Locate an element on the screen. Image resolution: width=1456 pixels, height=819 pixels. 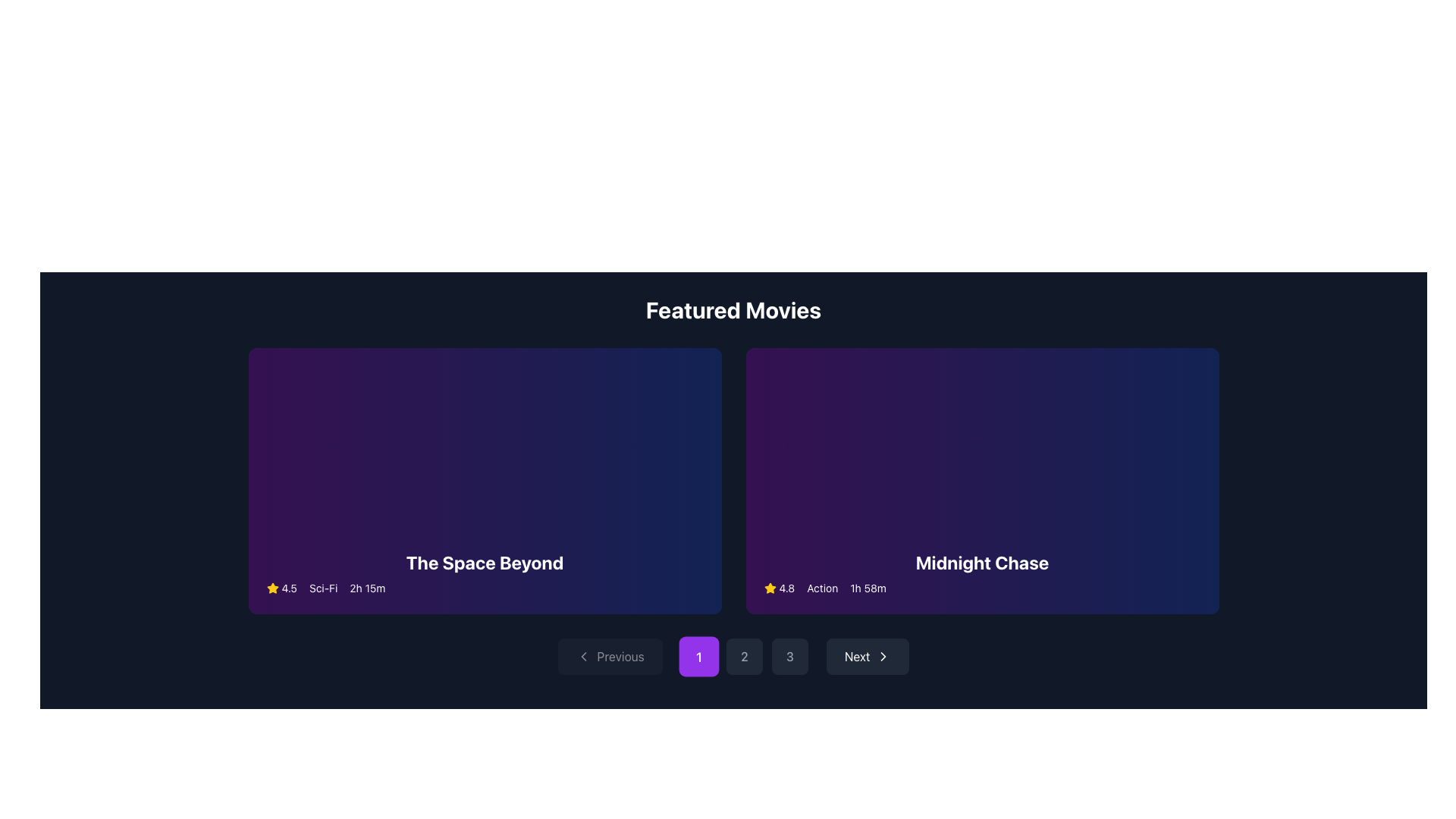
the IconButton located in the bottom navigation section to the left of the pagination is located at coordinates (582, 656).